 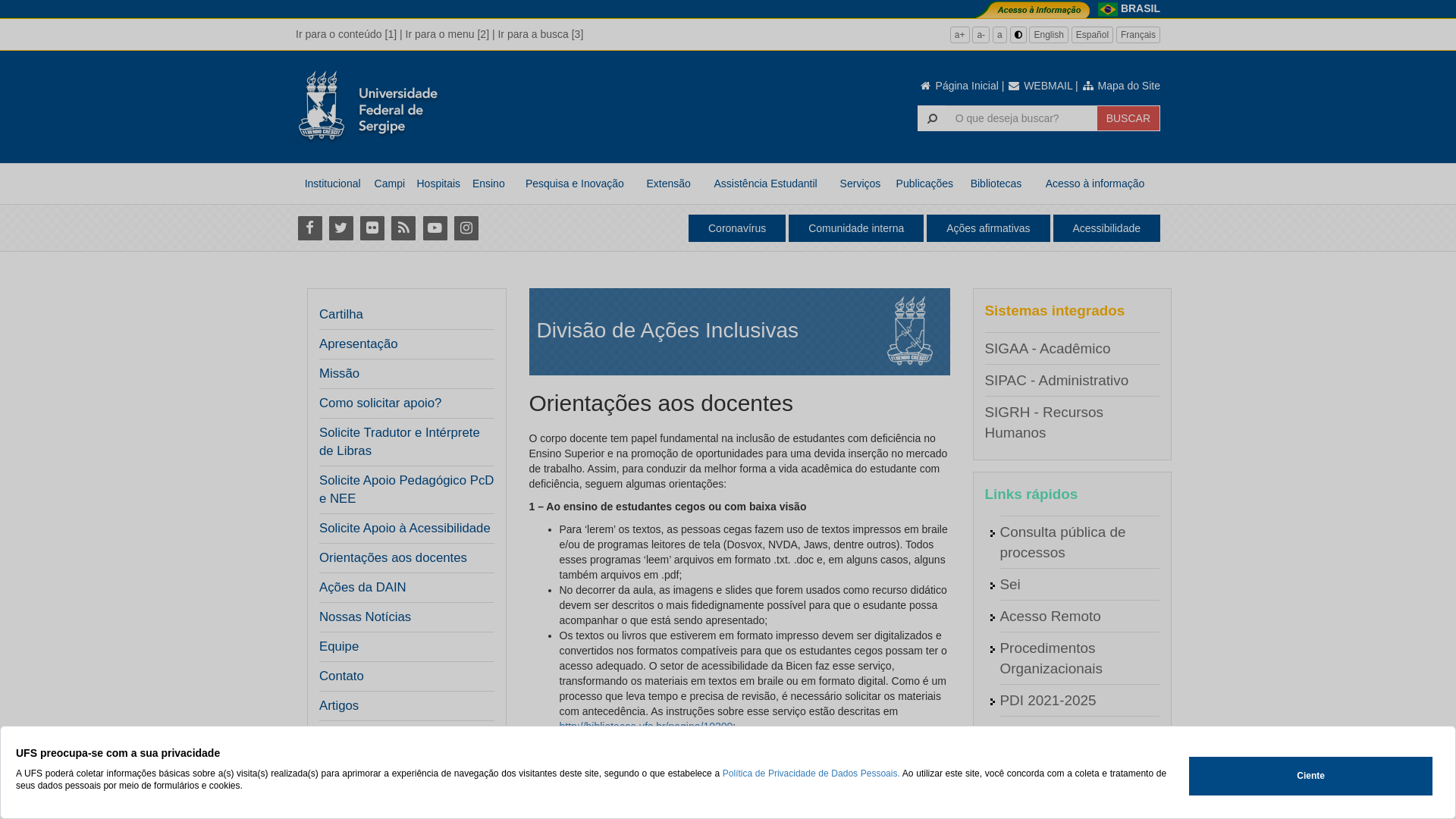 What do you see at coordinates (372, 227) in the screenshot?
I see `'Flickr'` at bounding box center [372, 227].